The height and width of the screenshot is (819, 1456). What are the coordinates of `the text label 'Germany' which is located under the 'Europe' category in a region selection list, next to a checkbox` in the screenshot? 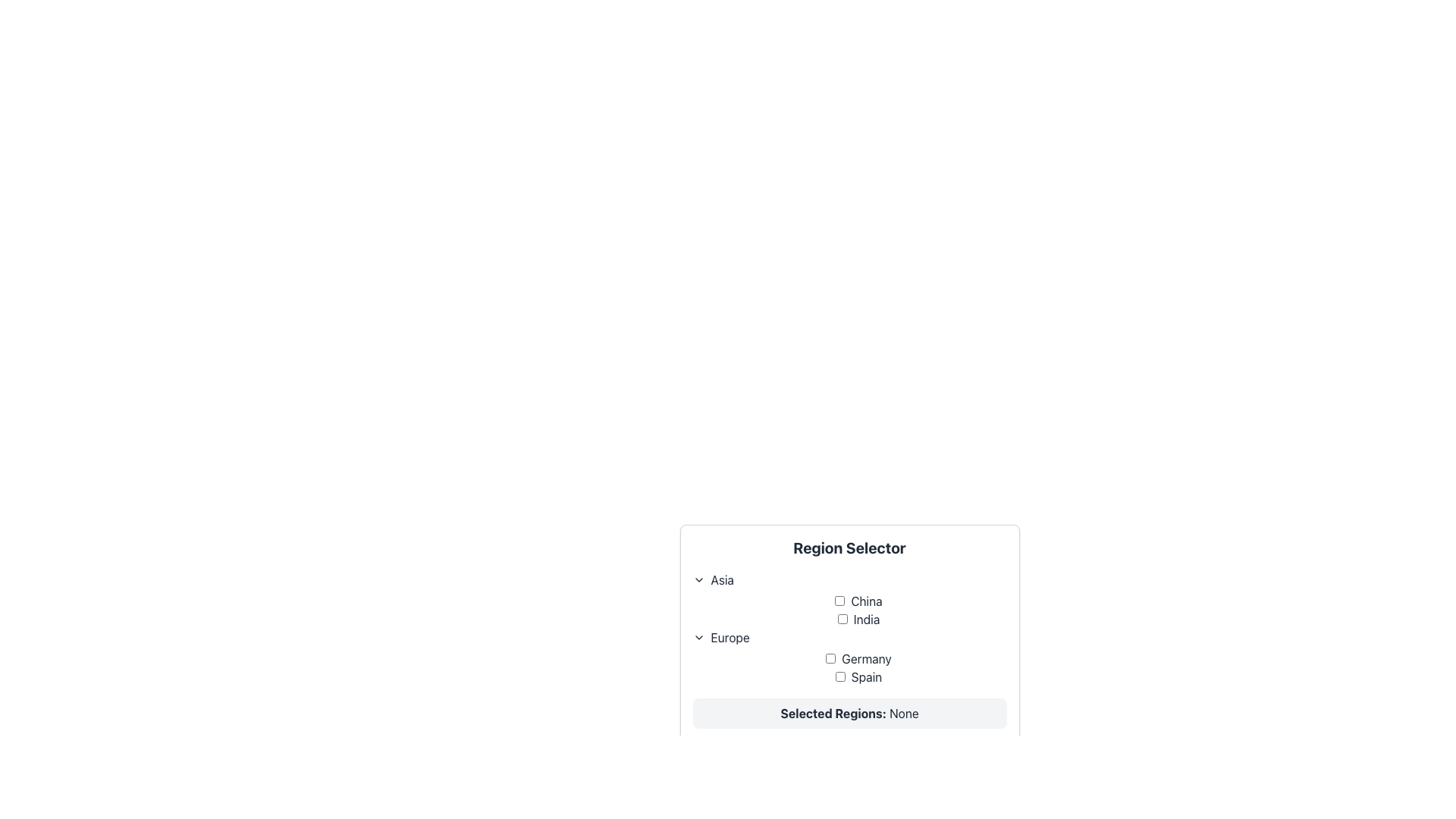 It's located at (858, 657).